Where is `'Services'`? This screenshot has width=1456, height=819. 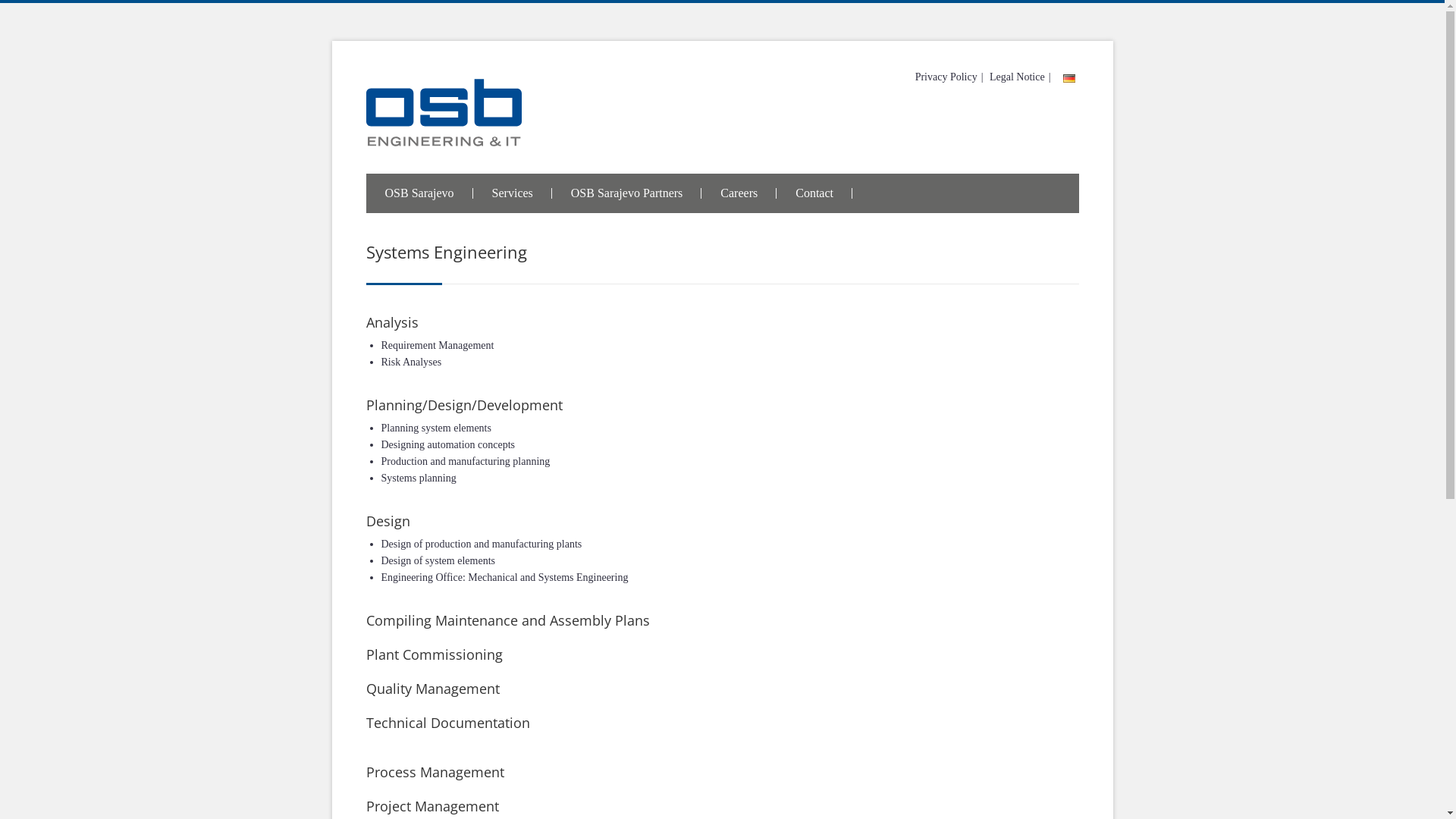 'Services' is located at coordinates (513, 192).